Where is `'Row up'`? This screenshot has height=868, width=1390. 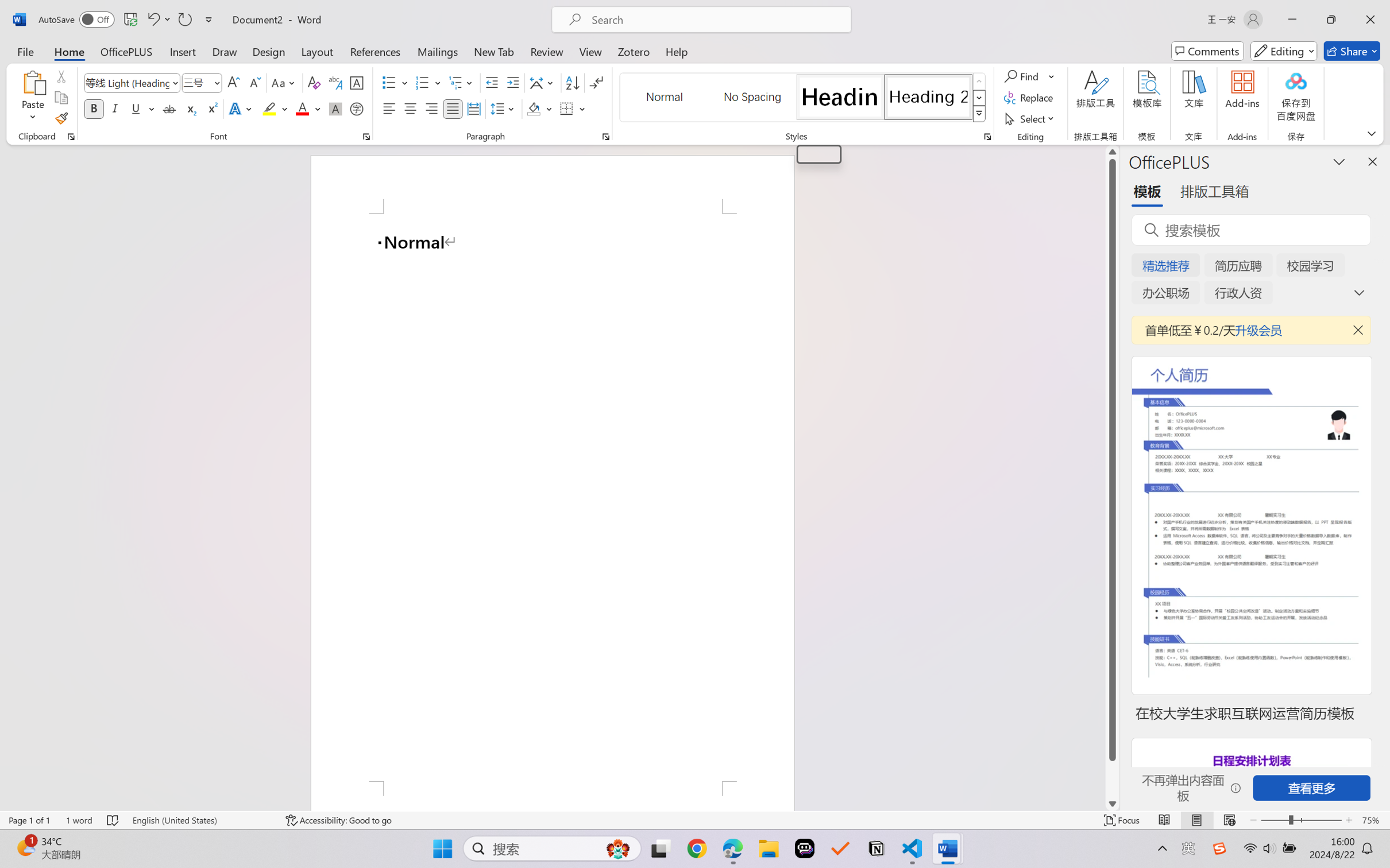 'Row up' is located at coordinates (978, 81).